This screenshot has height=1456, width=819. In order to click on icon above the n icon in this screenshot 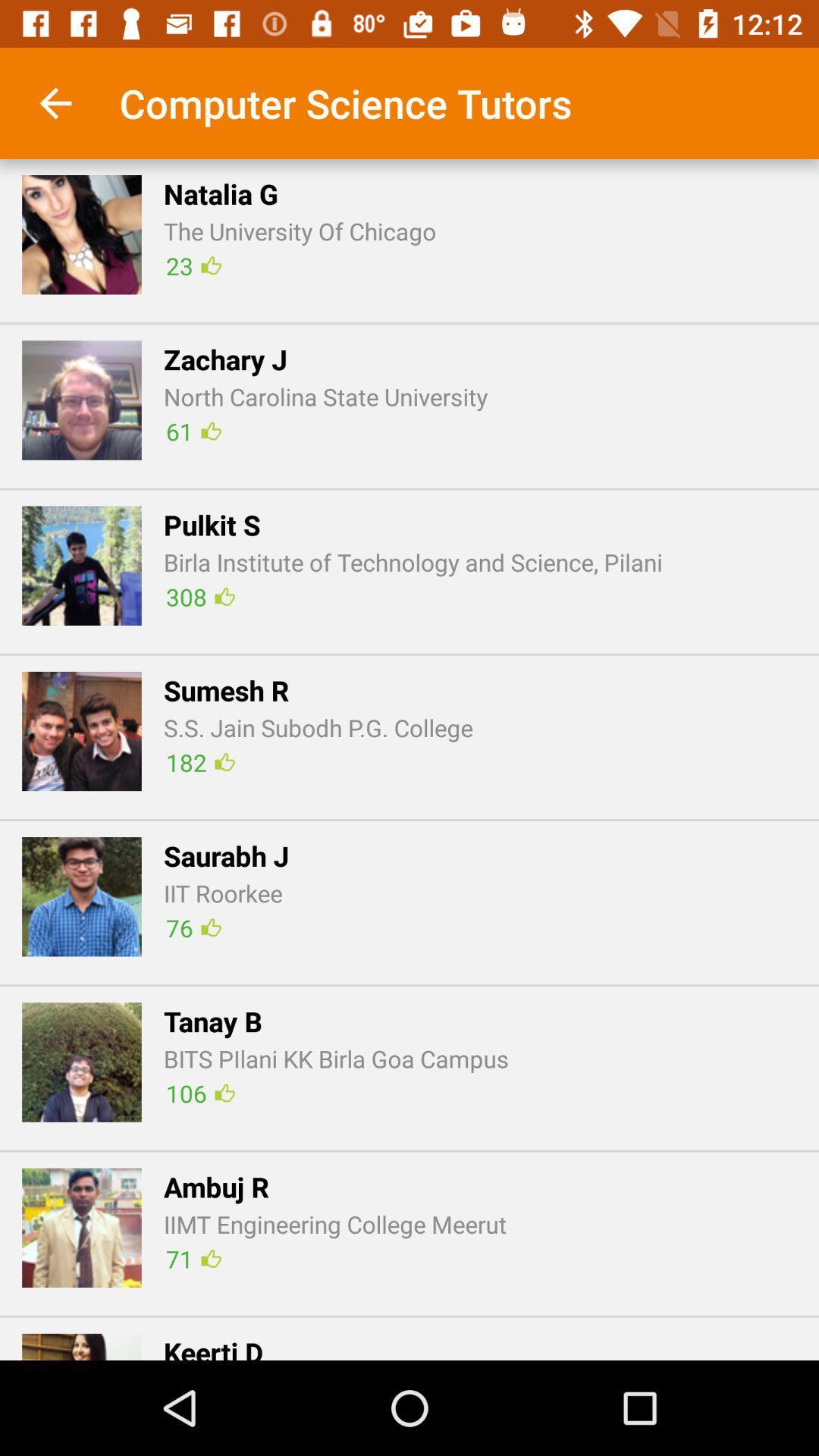, I will do `click(55, 102)`.